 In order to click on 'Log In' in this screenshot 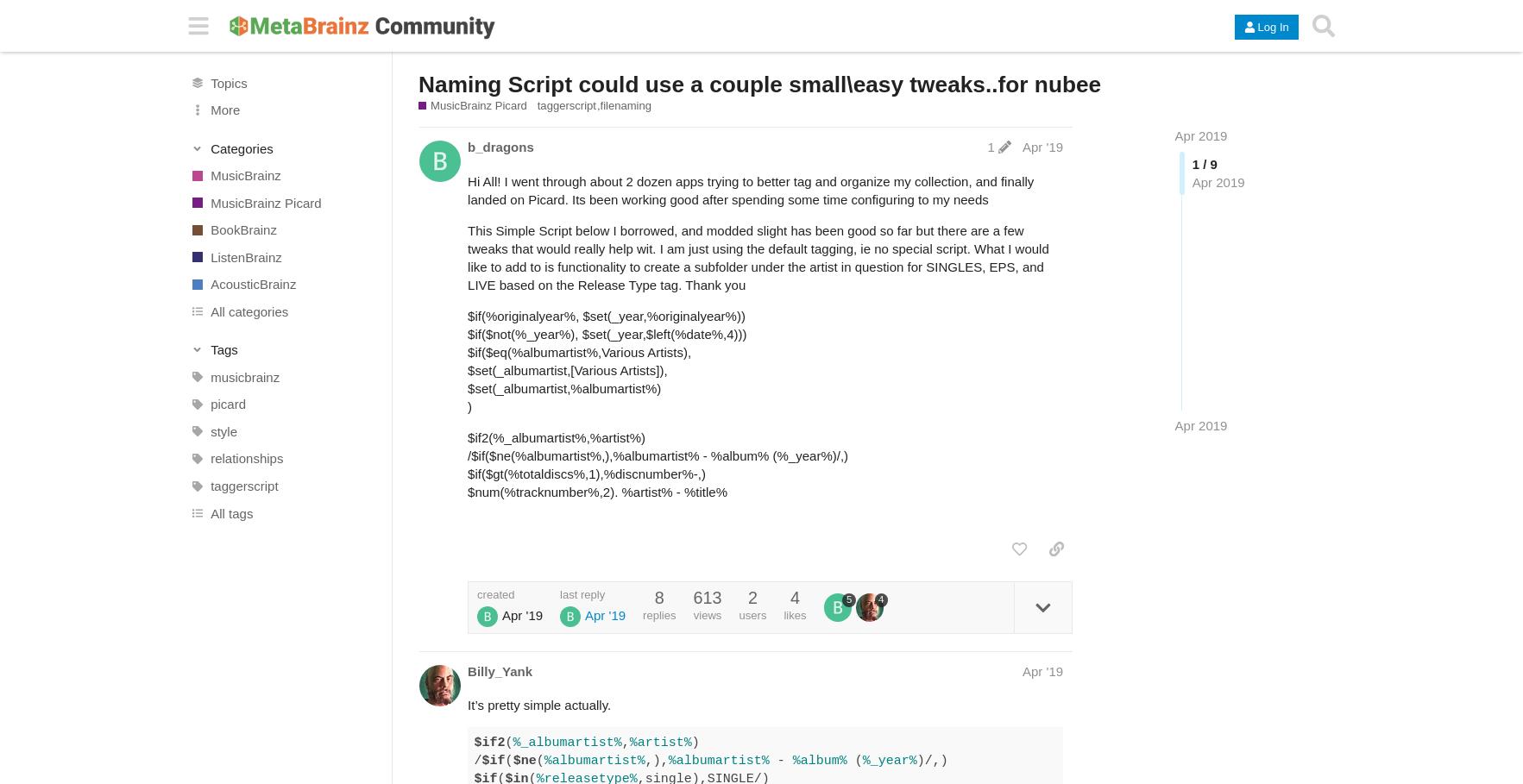, I will do `click(1273, 26)`.